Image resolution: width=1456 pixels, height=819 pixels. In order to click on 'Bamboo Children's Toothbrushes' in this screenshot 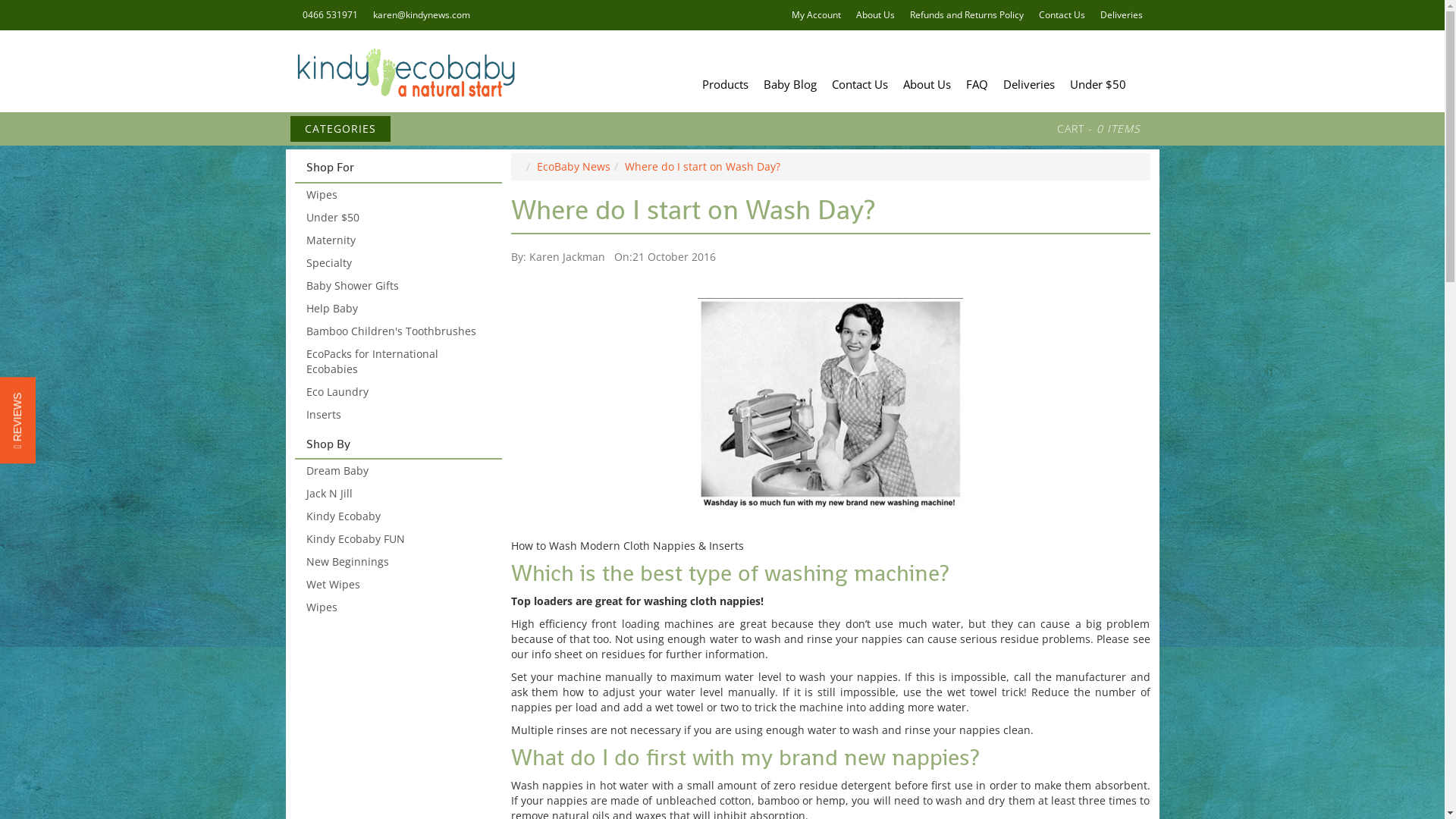, I will do `click(397, 330)`.